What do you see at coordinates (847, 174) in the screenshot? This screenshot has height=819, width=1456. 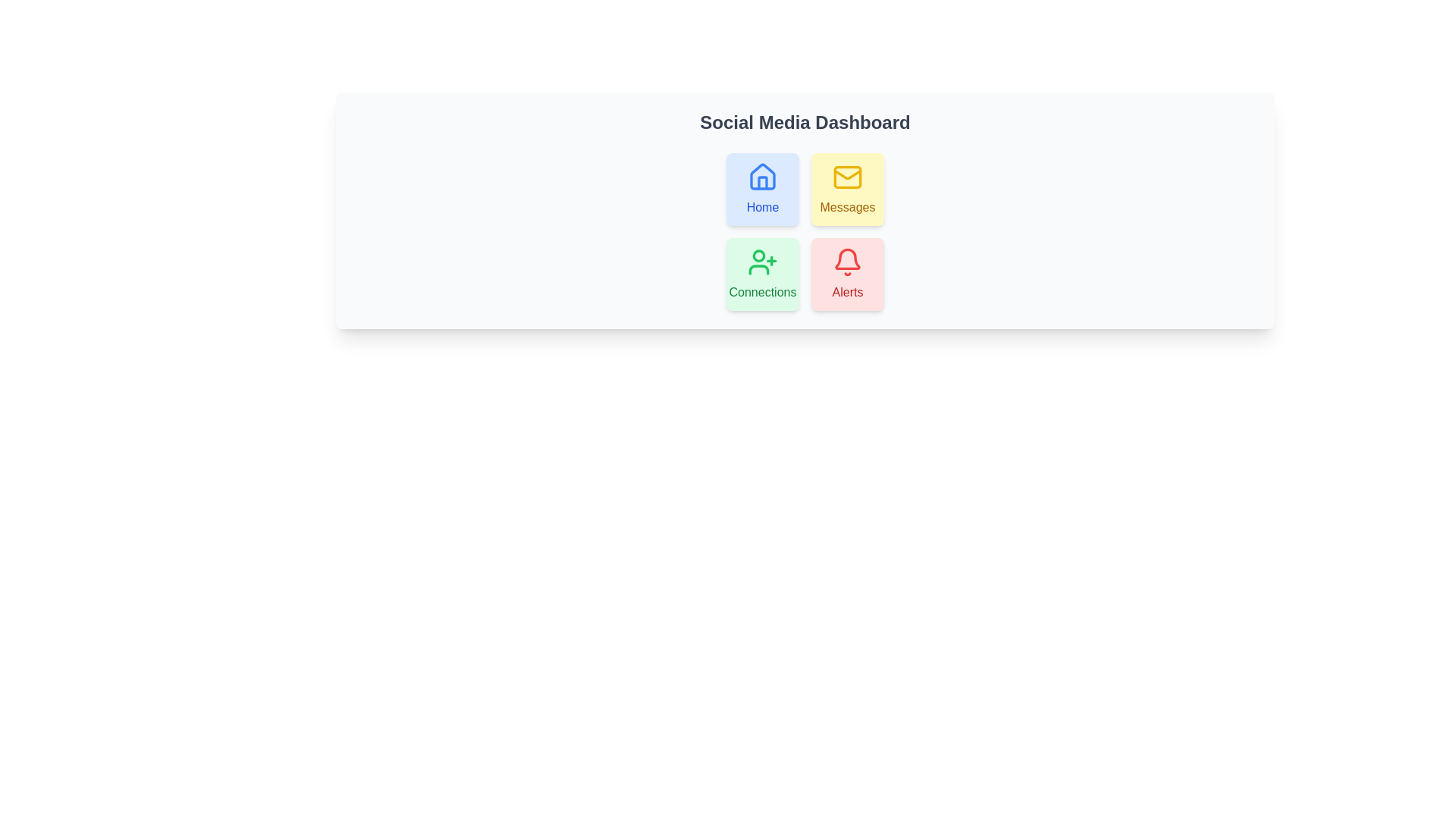 I see `the envelope flap icon in the 'Messages' application located in the top-right quadrant of the Social Media Dashboard interface` at bounding box center [847, 174].